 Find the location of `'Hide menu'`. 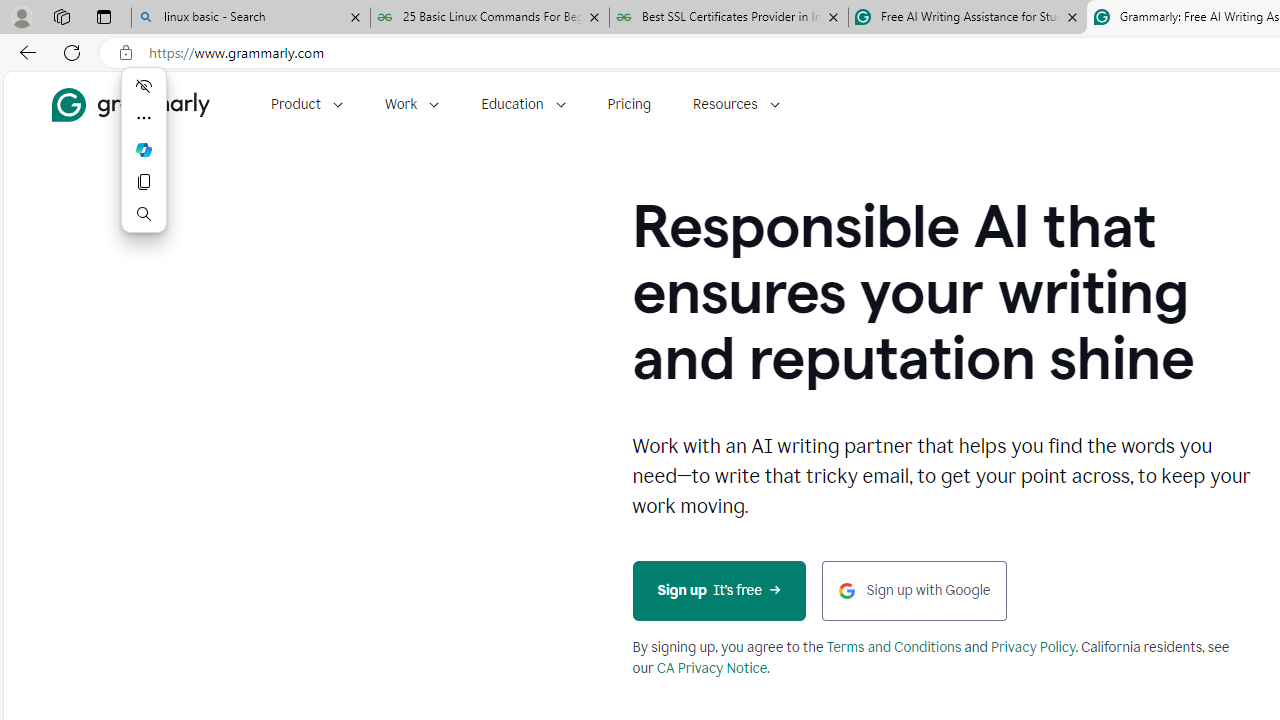

'Hide menu' is located at coordinates (143, 85).